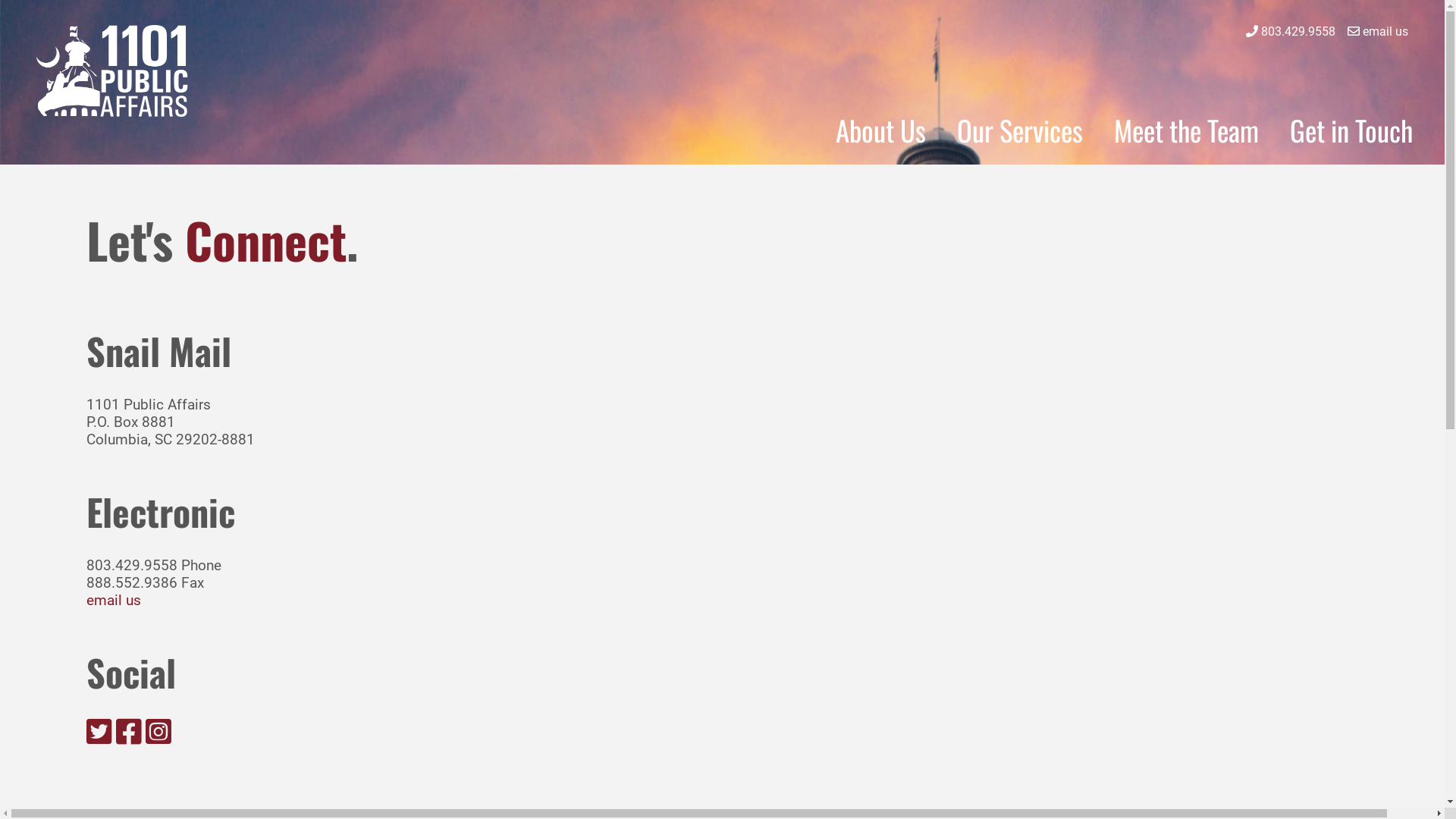 The image size is (1456, 819). Describe the element at coordinates (880, 129) in the screenshot. I see `'About Us'` at that location.